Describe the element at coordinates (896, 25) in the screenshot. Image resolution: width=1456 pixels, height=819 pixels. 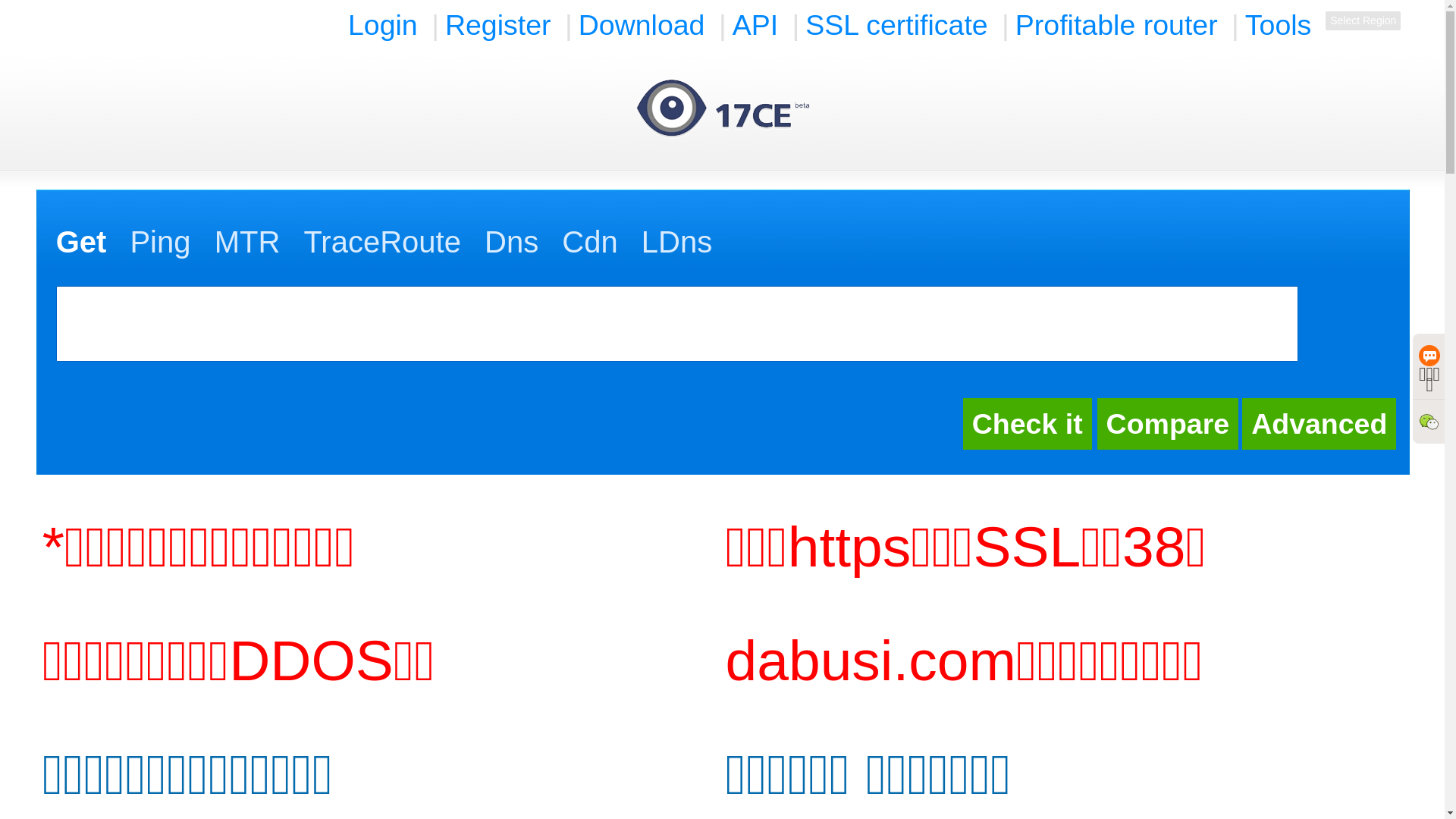
I see `'SSL certificate'` at that location.